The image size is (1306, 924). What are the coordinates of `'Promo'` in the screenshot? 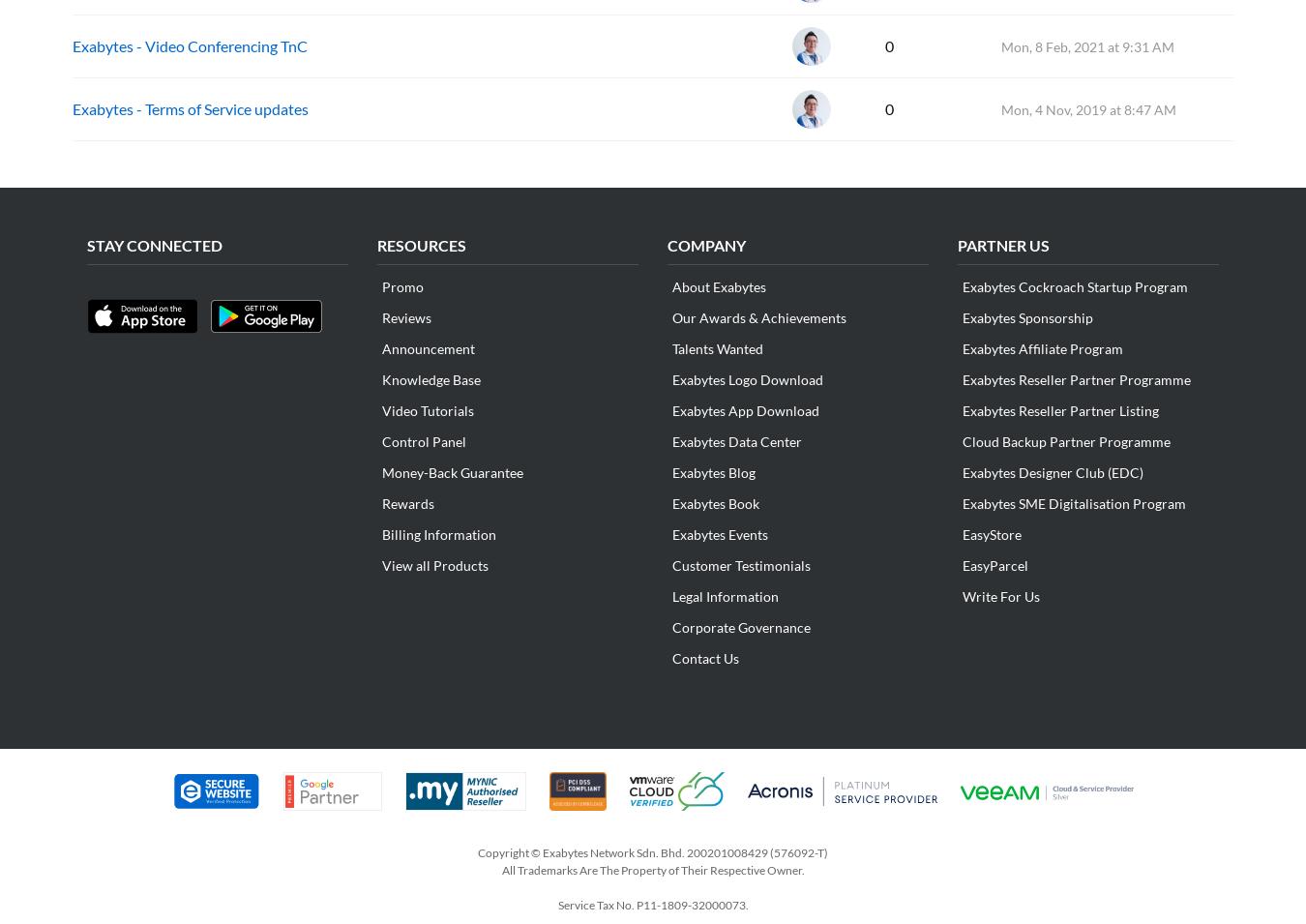 It's located at (402, 286).